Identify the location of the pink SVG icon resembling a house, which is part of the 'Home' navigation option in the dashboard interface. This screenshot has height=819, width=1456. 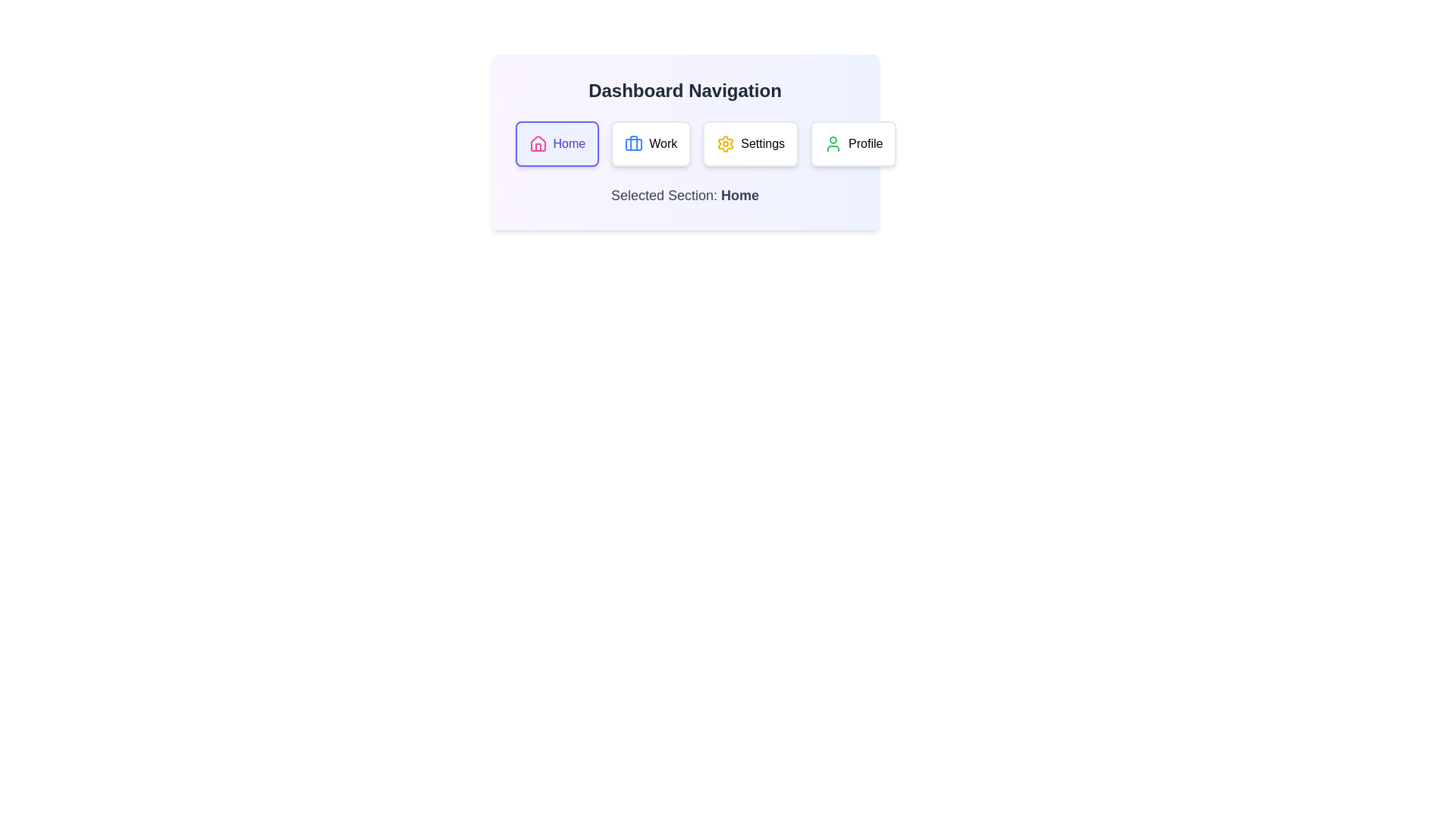
(538, 143).